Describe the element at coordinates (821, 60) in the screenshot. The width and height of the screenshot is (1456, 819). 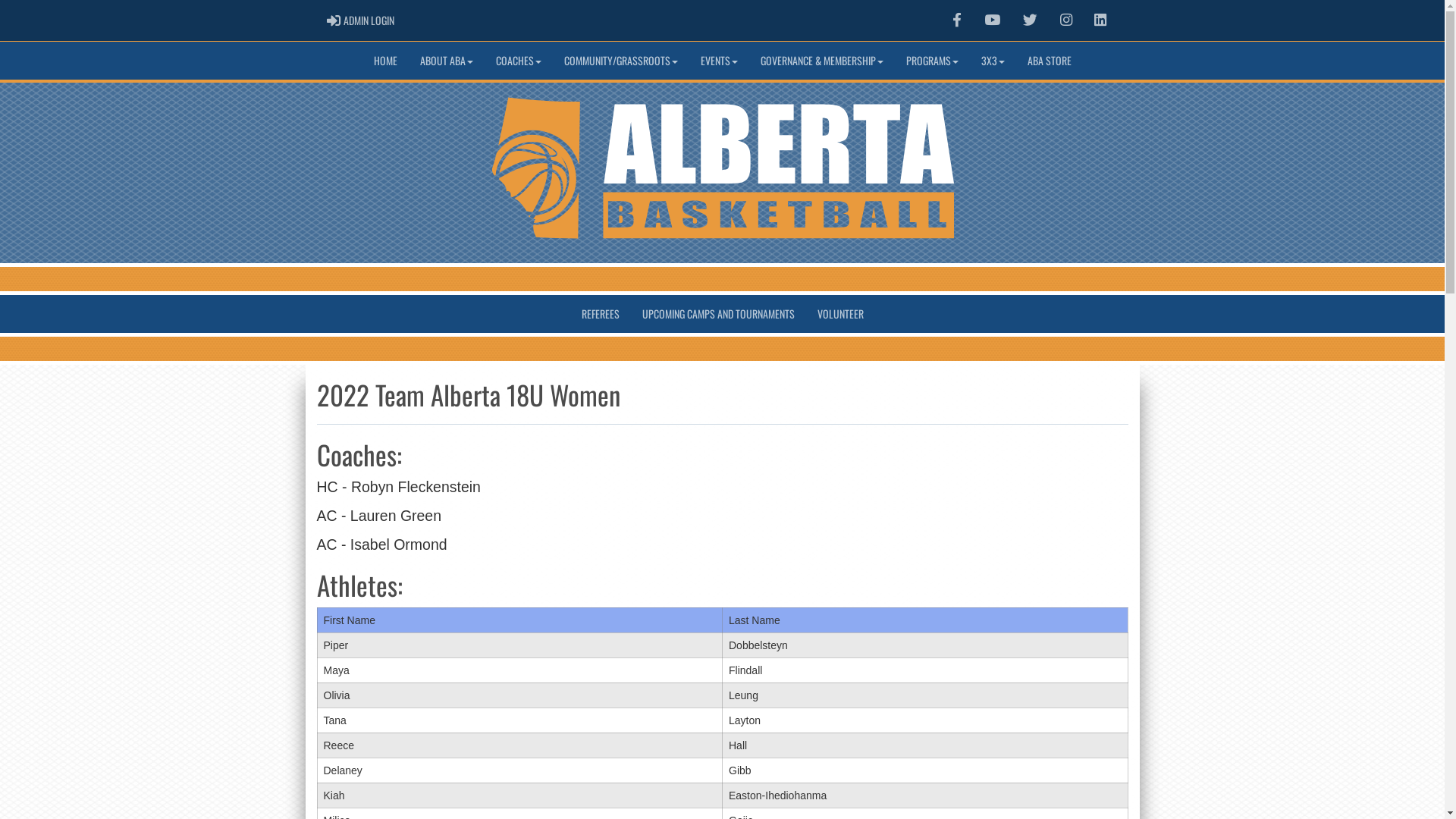
I see `'GOVERNANCE & MEMBERSHIP'` at that location.